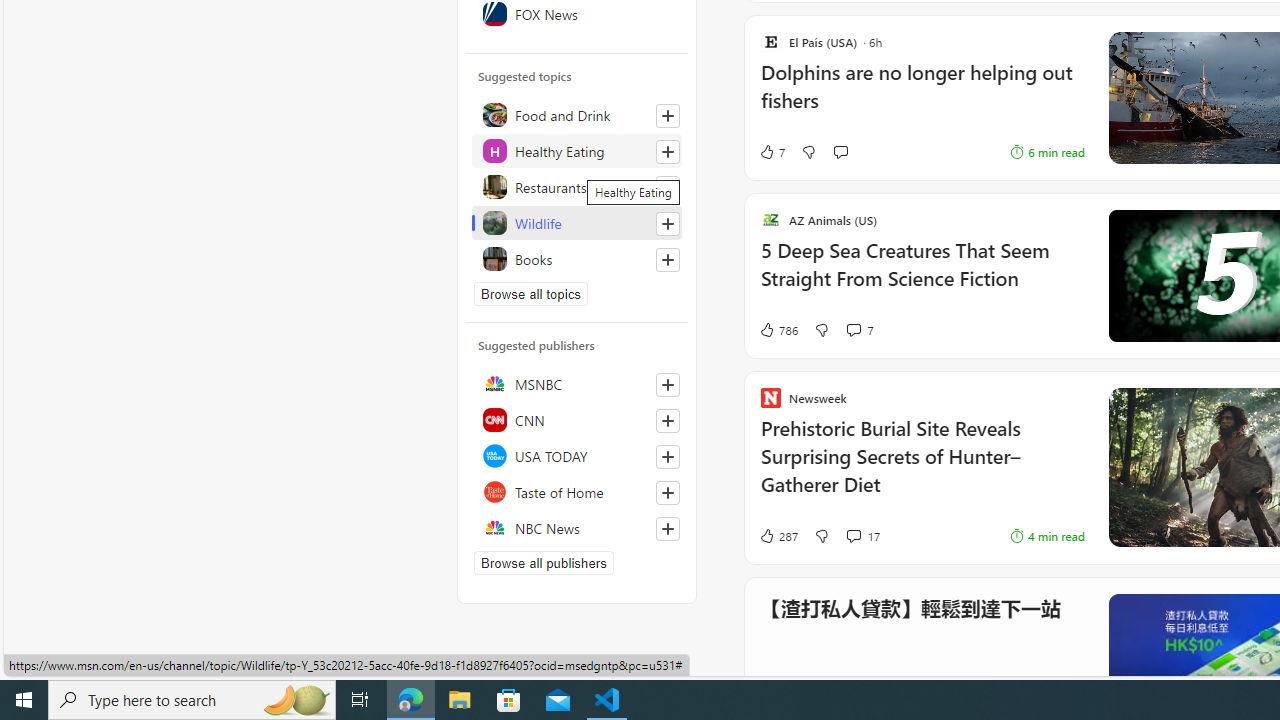  I want to click on 'MSNBC', so click(576, 384).